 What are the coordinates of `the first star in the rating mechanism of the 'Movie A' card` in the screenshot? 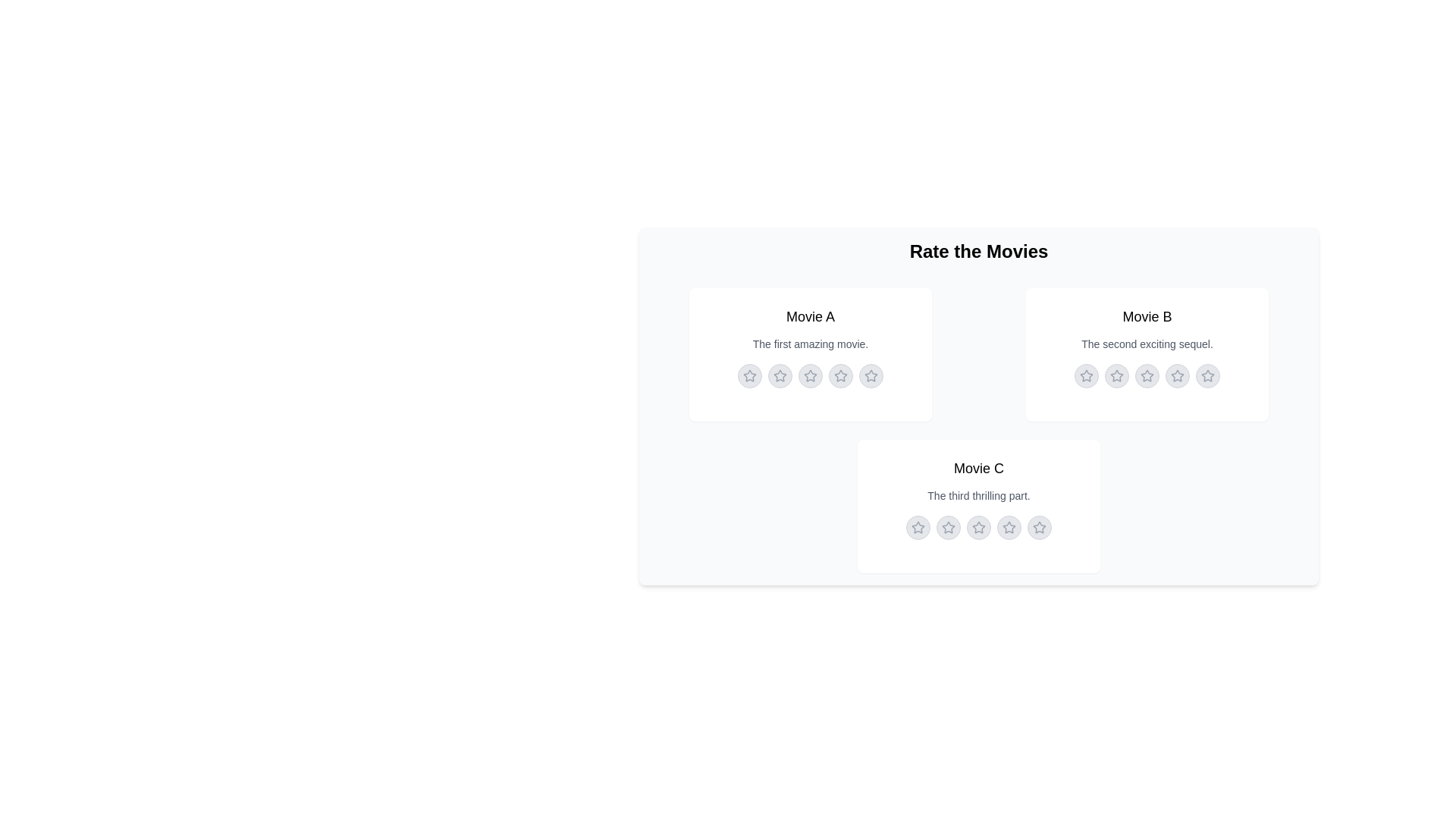 It's located at (810, 354).